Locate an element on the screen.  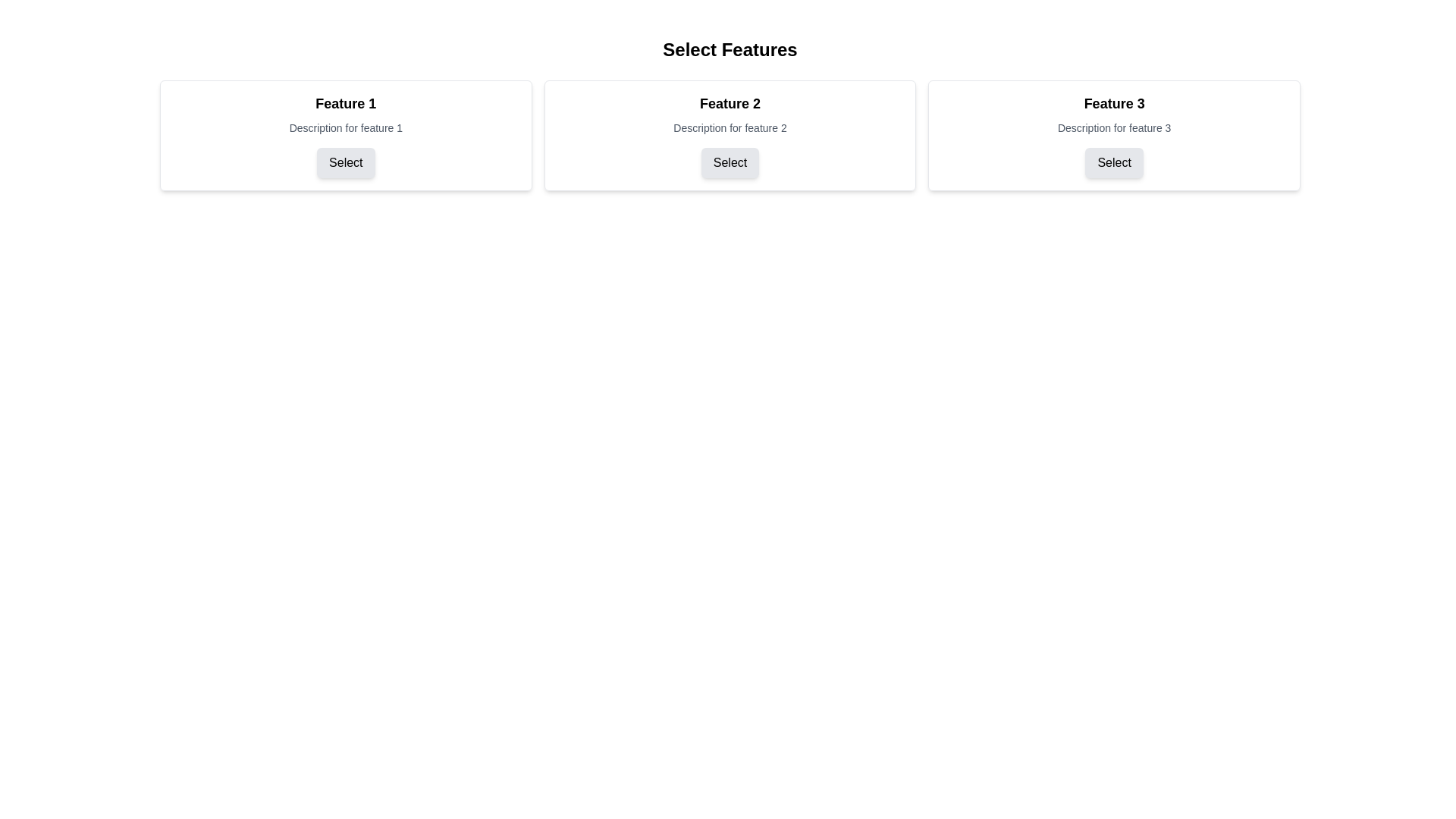
the static text label providing information about 'Feature 2', which is located below the title 'Feature 2' and above the 'Select' button is located at coordinates (730, 127).